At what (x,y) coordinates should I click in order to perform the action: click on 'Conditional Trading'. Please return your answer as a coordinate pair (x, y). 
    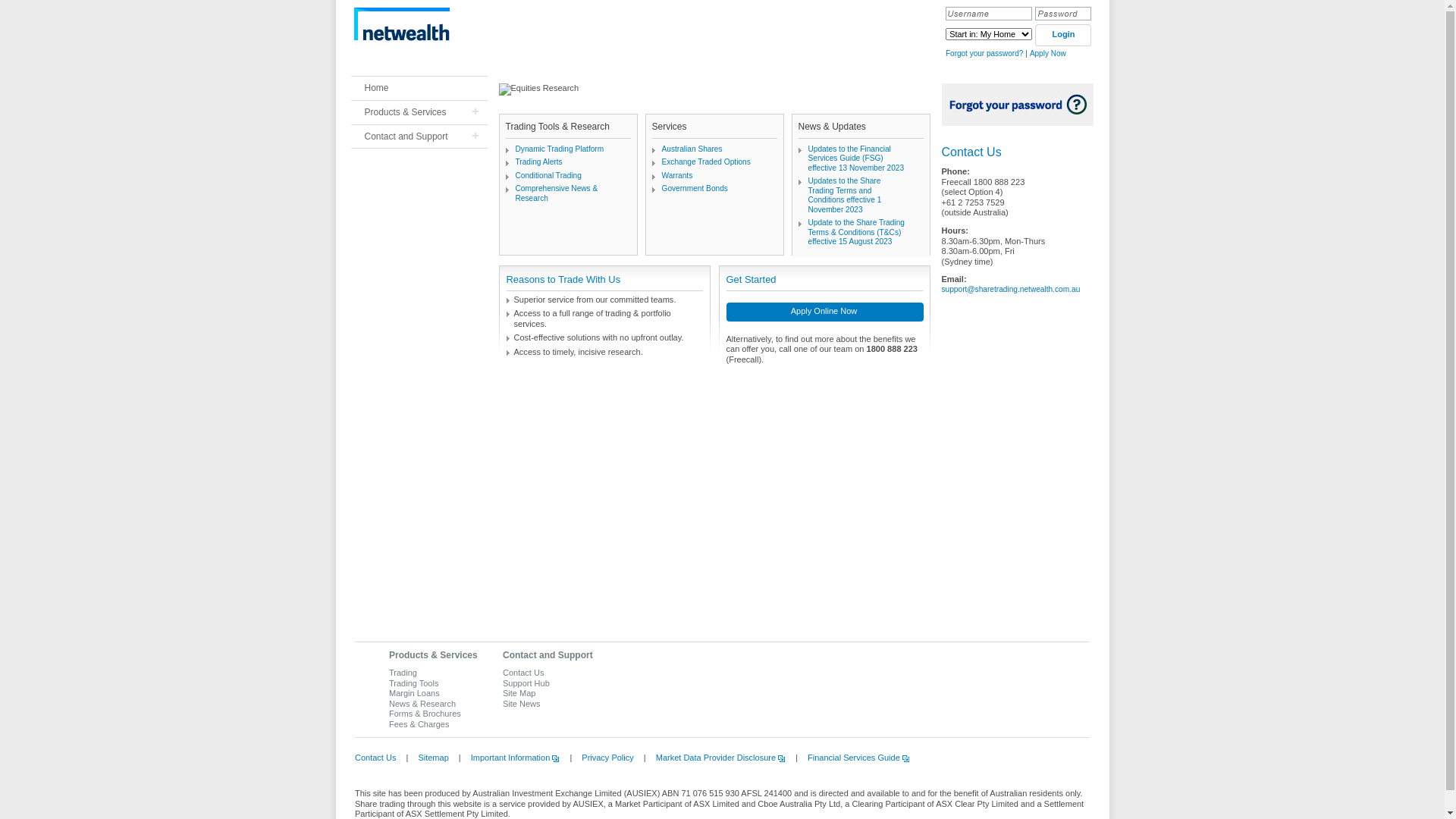
    Looking at the image, I should click on (516, 174).